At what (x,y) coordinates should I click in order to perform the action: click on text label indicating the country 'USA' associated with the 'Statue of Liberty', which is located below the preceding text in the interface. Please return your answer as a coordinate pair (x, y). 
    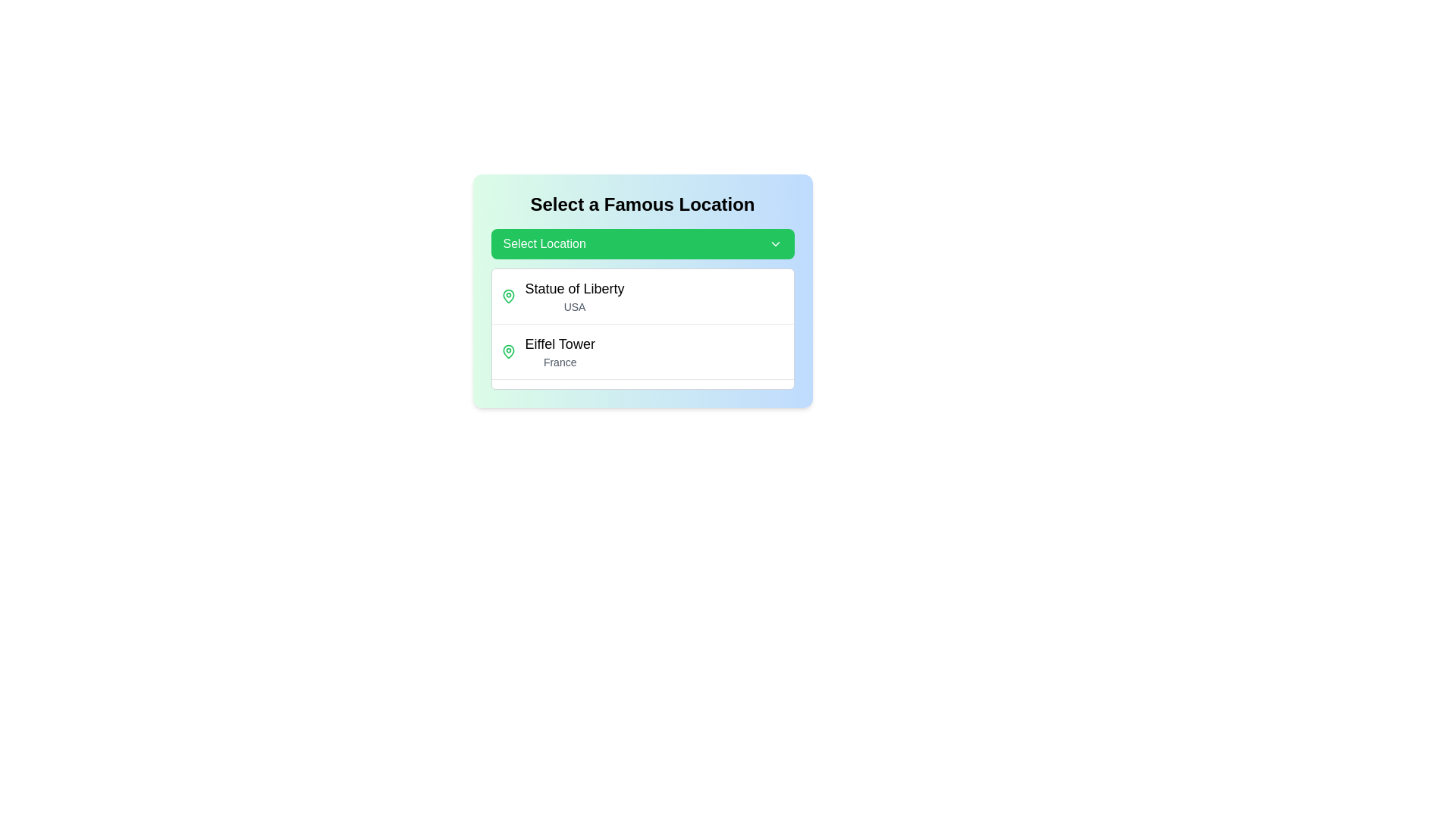
    Looking at the image, I should click on (574, 307).